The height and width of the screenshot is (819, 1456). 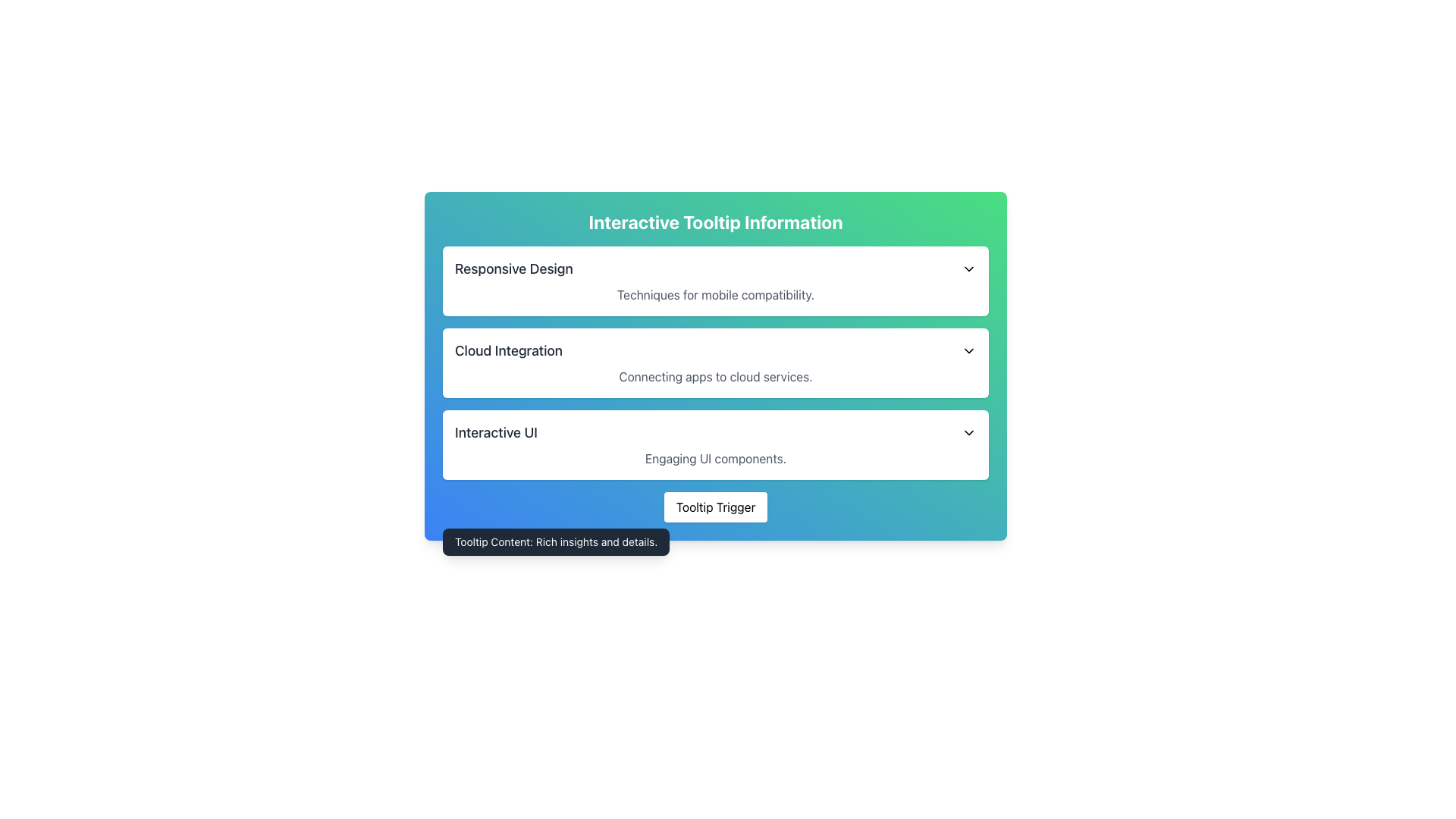 What do you see at coordinates (513, 268) in the screenshot?
I see `the text label displaying 'Responsive Design' in bold, large dark gray font` at bounding box center [513, 268].